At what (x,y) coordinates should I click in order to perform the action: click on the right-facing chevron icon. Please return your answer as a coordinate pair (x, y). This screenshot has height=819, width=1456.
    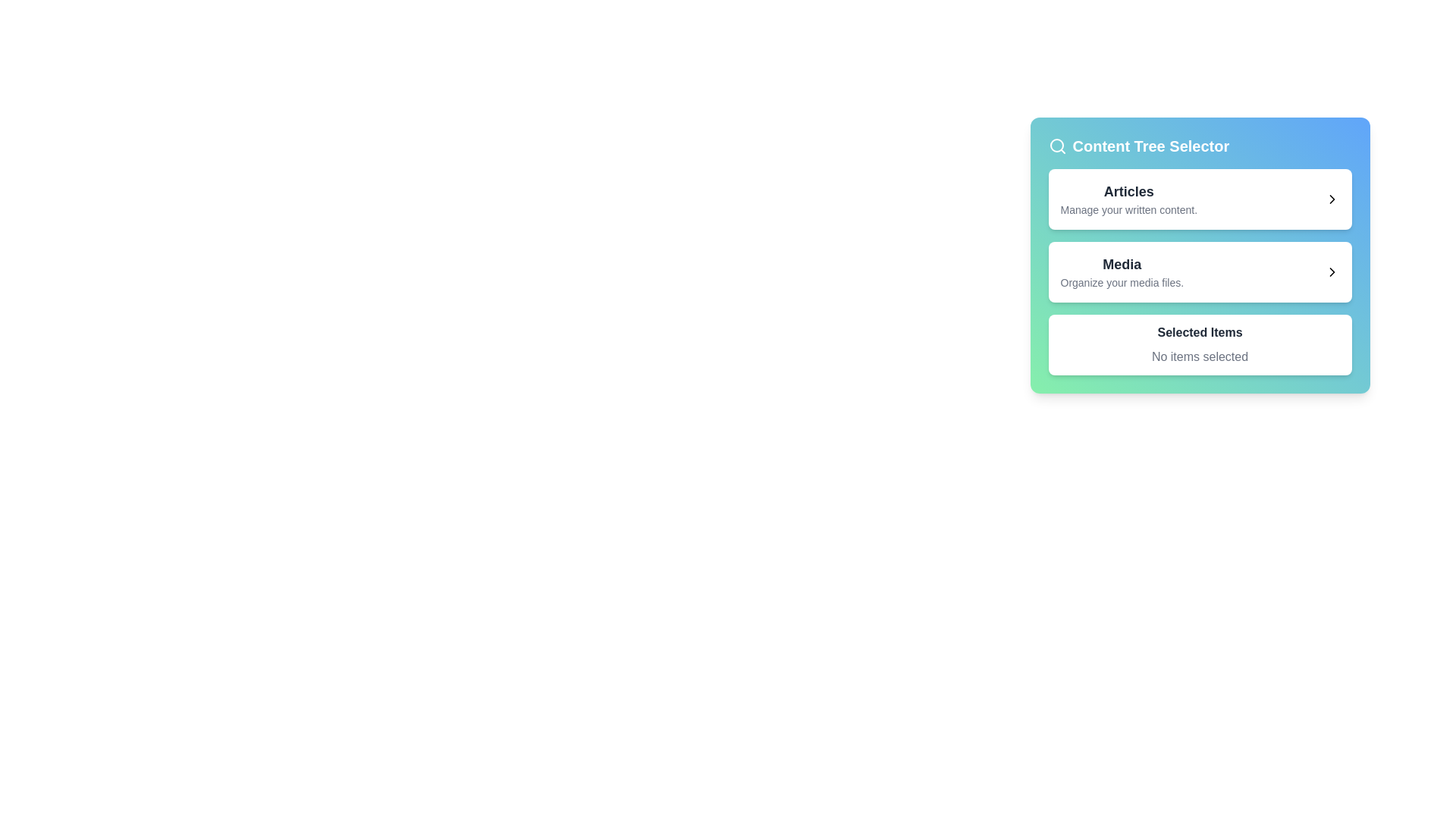
    Looking at the image, I should click on (1331, 271).